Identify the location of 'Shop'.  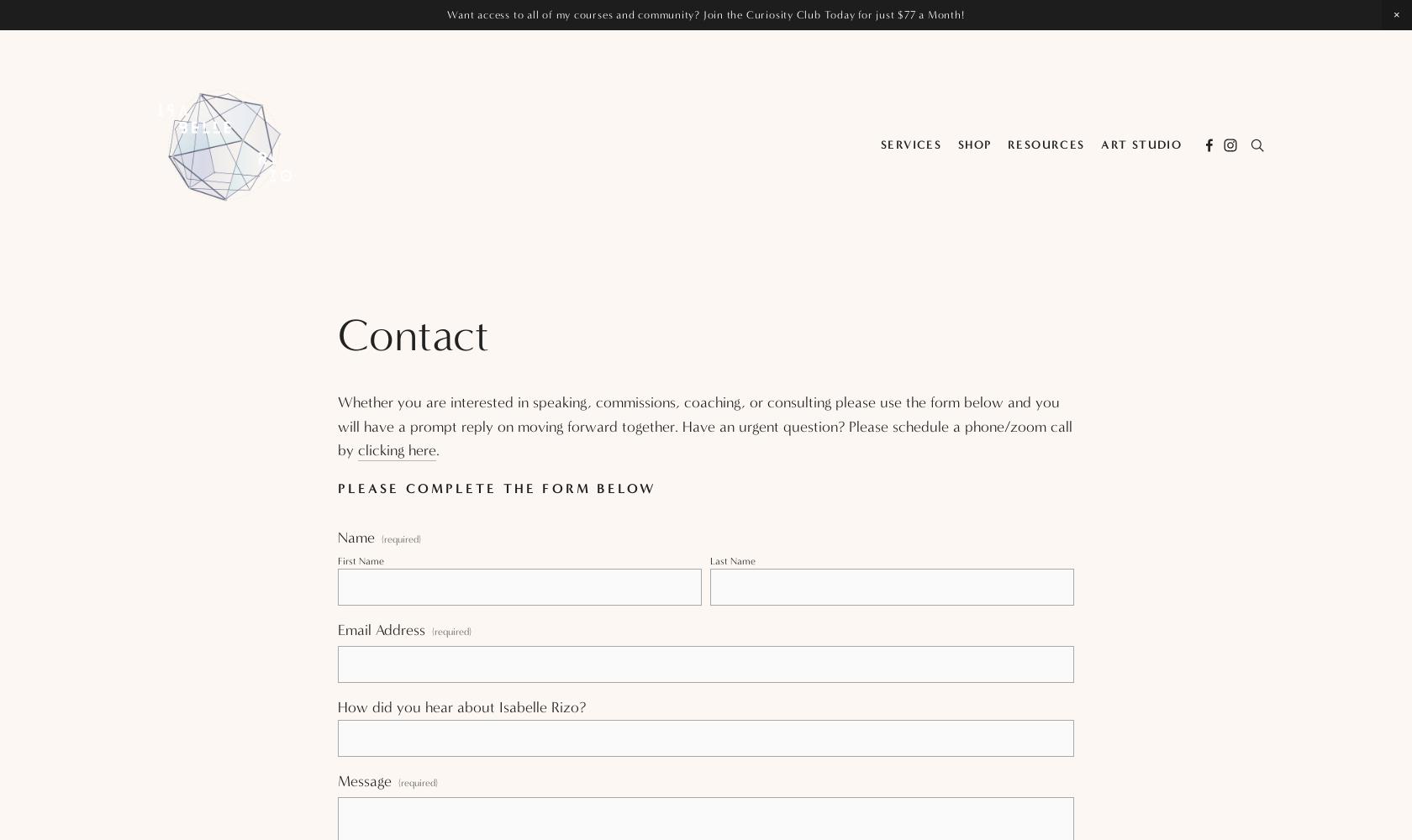
(974, 144).